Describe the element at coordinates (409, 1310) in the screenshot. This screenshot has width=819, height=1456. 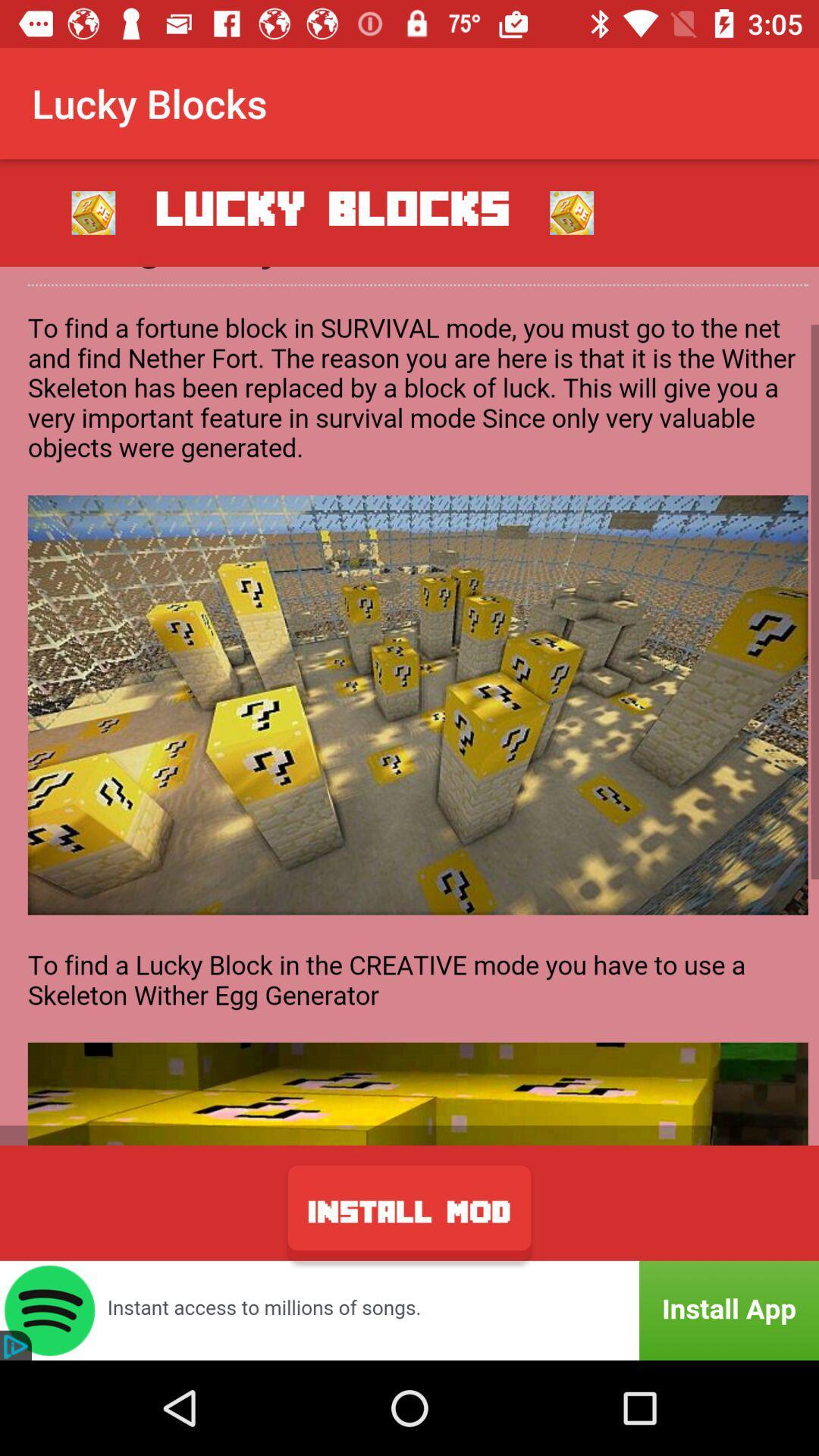
I see `install app` at that location.